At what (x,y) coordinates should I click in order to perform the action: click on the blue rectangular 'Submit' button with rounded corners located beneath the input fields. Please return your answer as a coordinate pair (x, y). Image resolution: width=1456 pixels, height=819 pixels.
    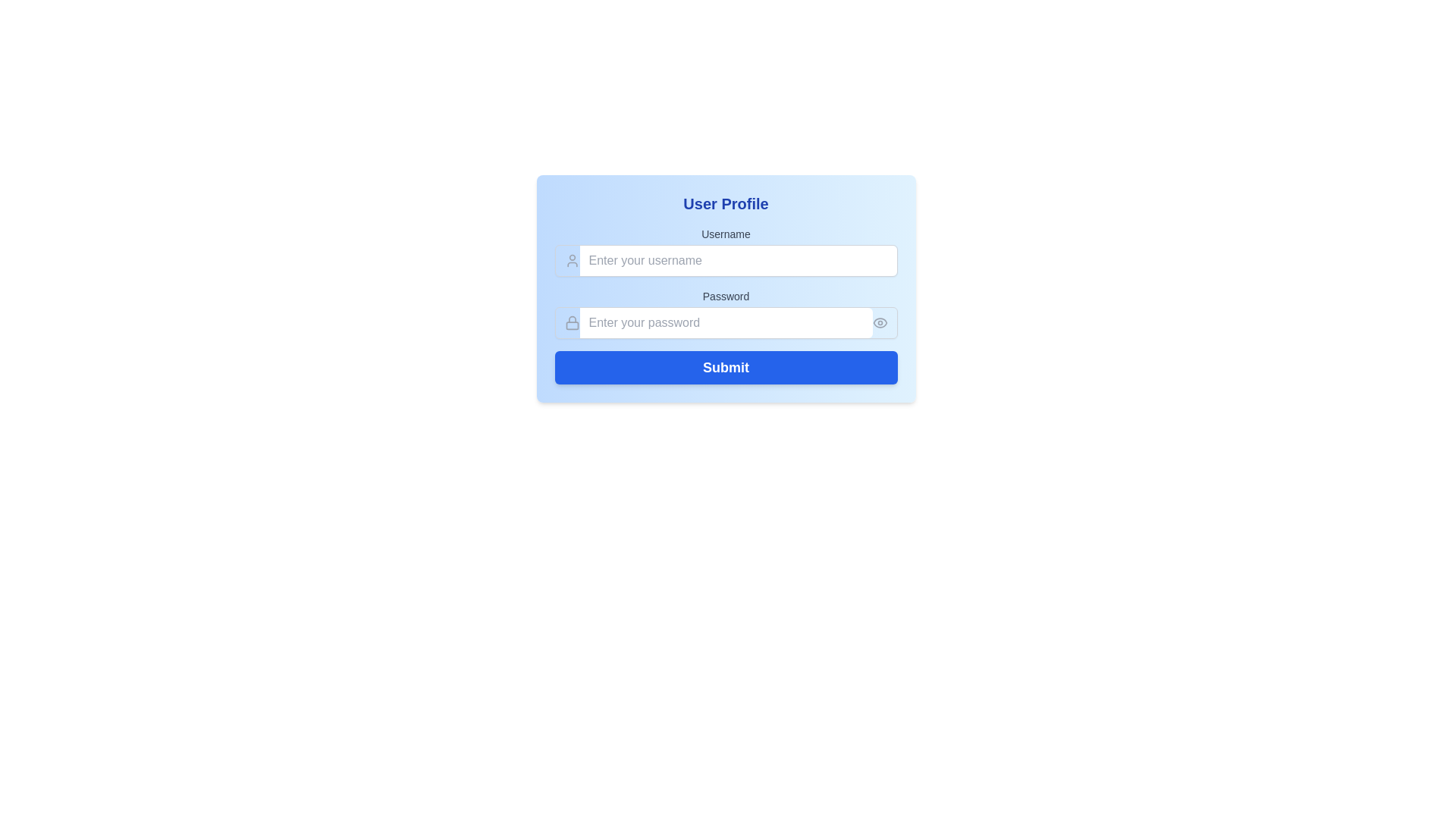
    Looking at the image, I should click on (725, 368).